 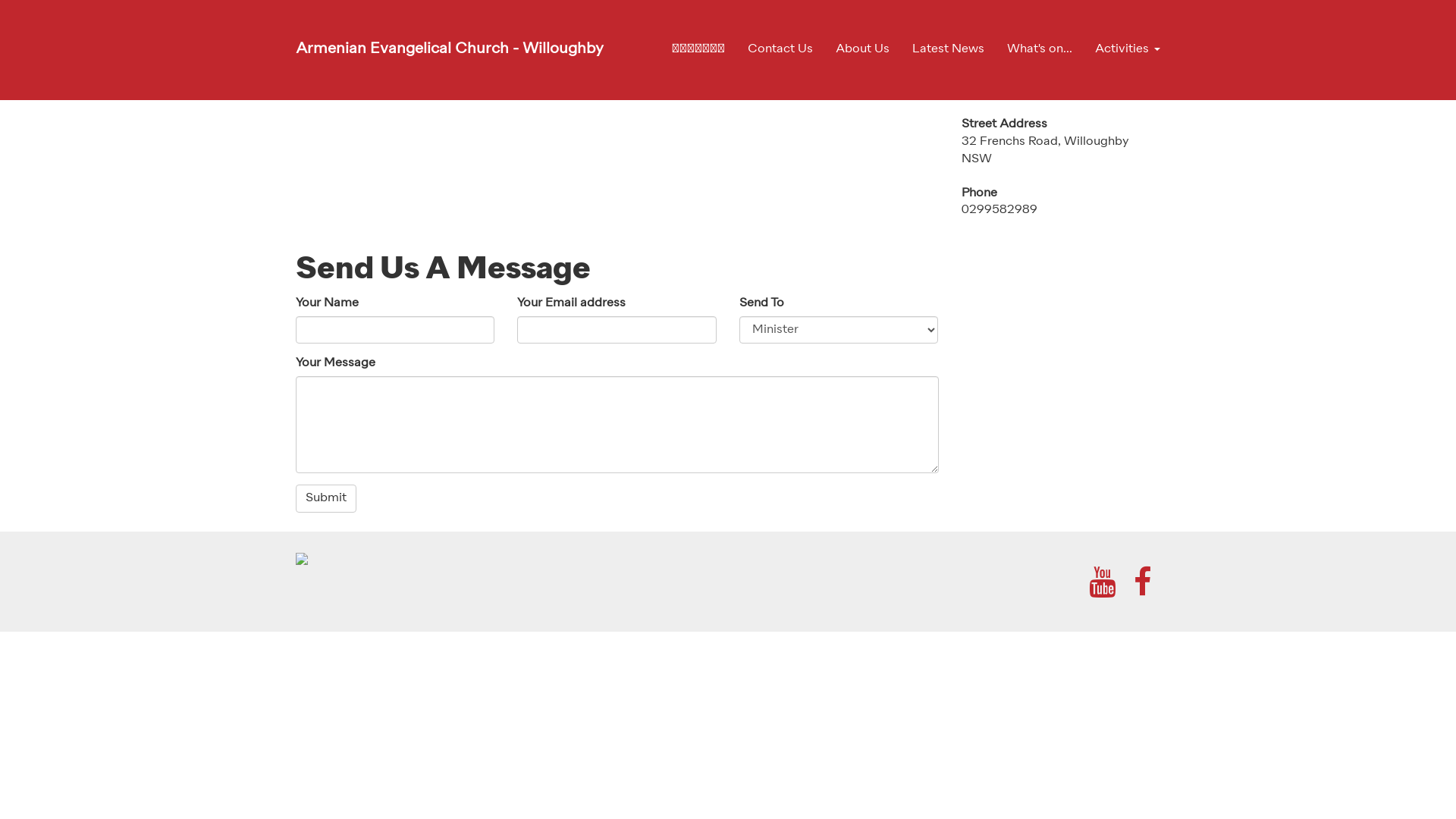 What do you see at coordinates (1122, 49) in the screenshot?
I see `'Activities'` at bounding box center [1122, 49].